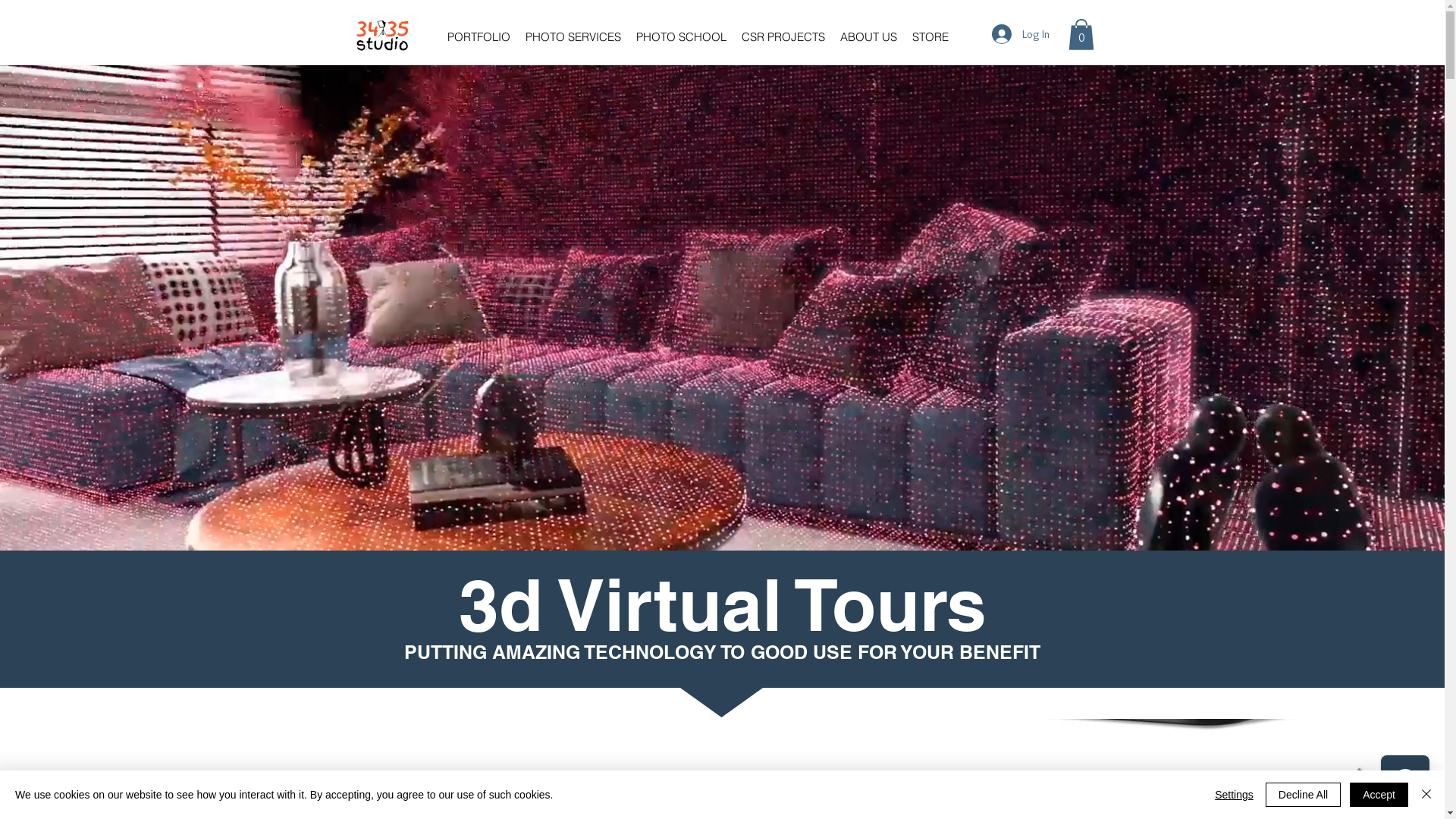 This screenshot has height=819, width=1456. Describe the element at coordinates (868, 36) in the screenshot. I see `'ABOUT US'` at that location.